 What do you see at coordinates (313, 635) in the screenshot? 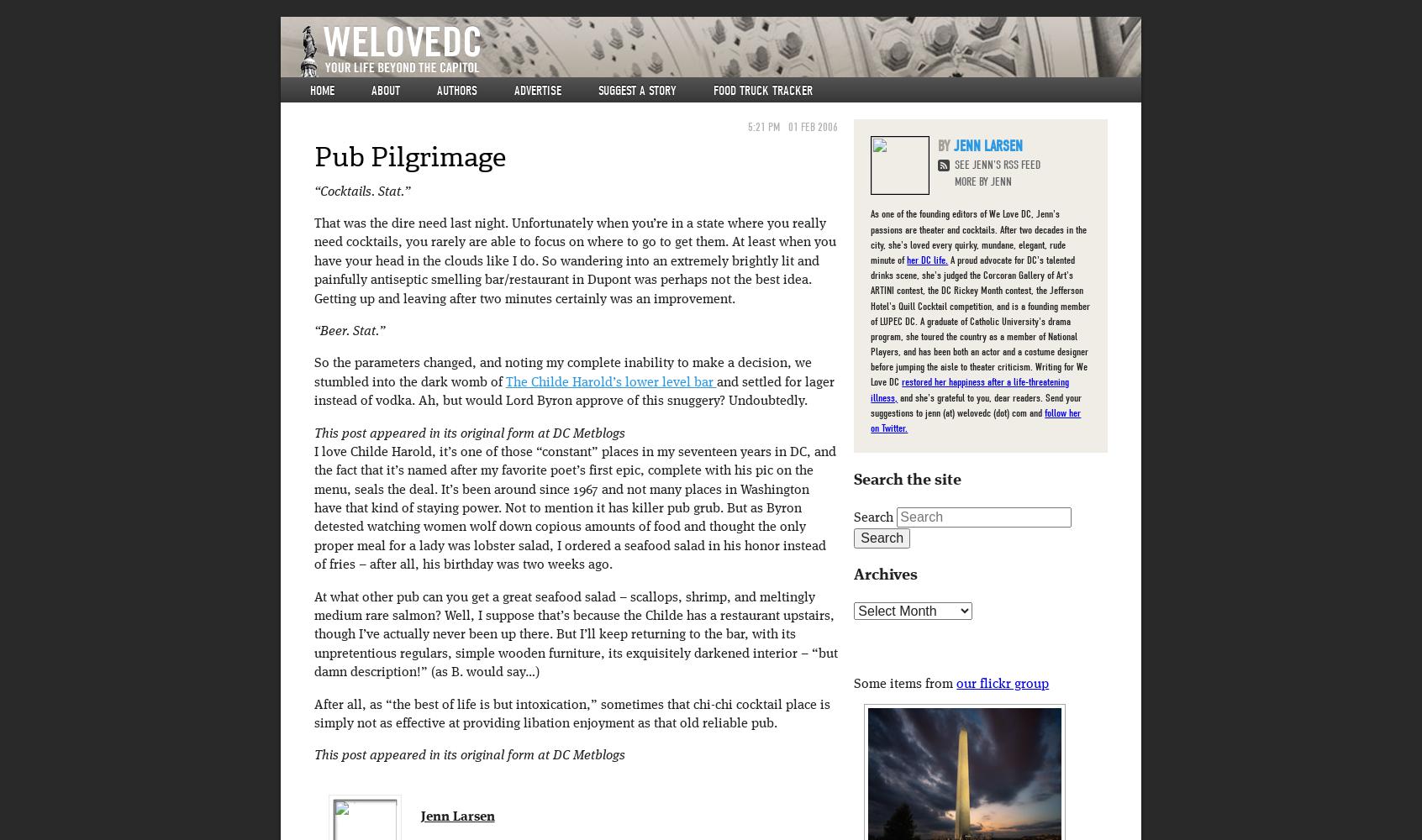
I see `'At what other pub can you get a great seafood salad – scallops, shrimp, and meltingly medium rare salmon? Well, I suppose that’s because the Childe has a restaurant upstairs, though I’ve actually never been up there. But I’ll keep returning to the bar, with its unpretentious regulars, simple wooden furniture, its exquisitely darkened interior – “but damn description!” (as B. would say…)'` at bounding box center [313, 635].